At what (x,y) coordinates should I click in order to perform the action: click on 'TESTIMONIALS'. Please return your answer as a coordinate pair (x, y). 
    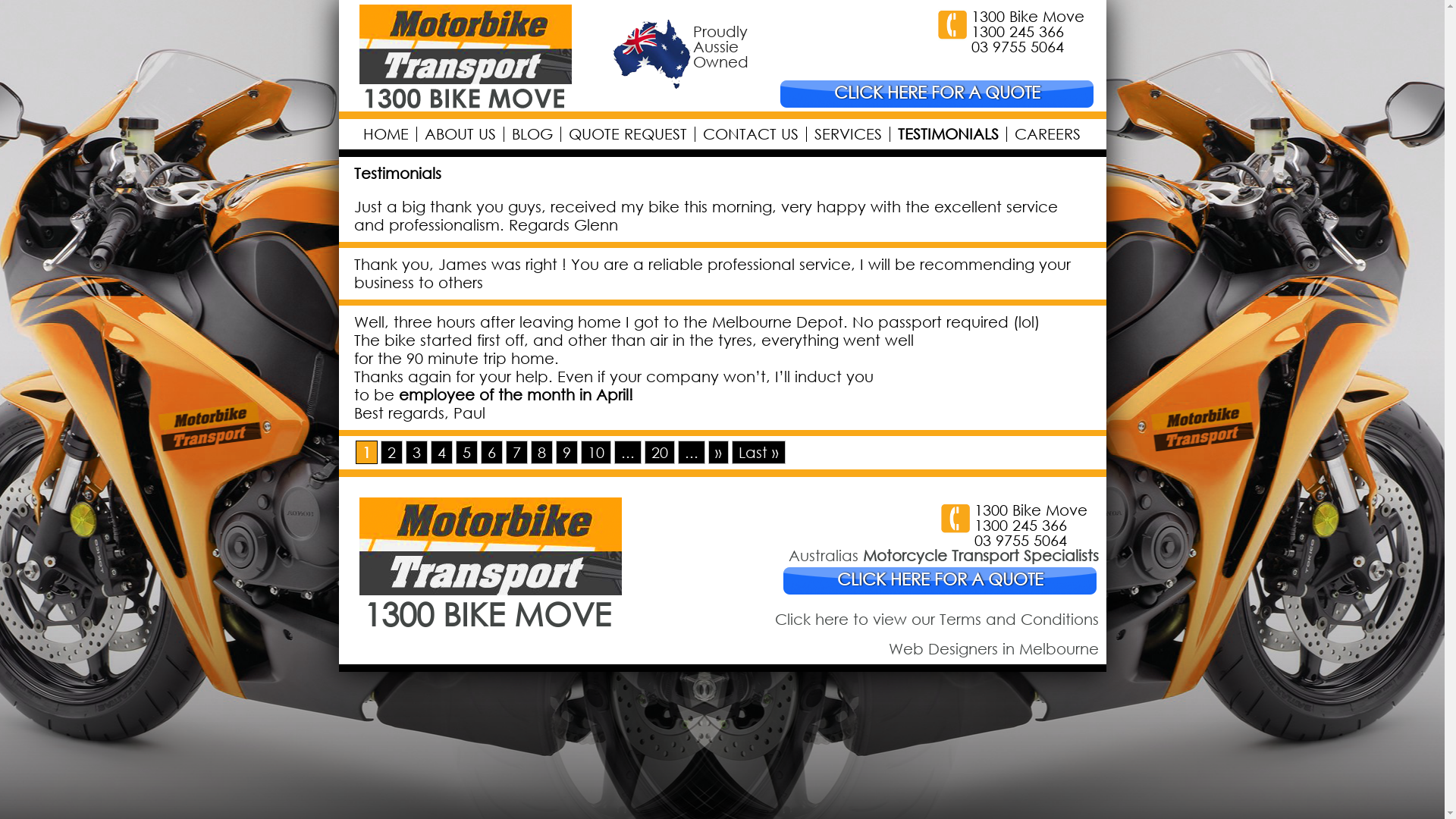
    Looking at the image, I should click on (946, 133).